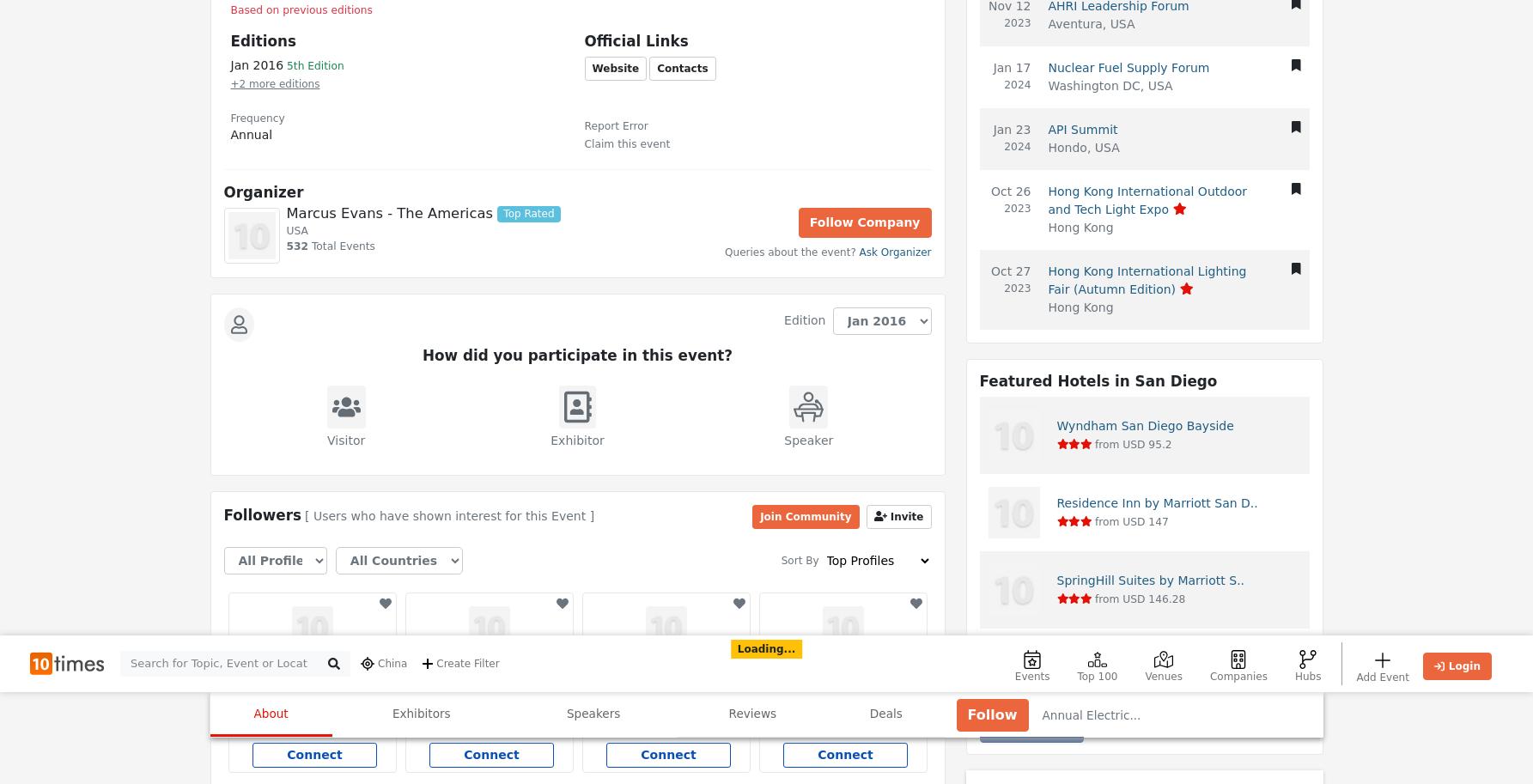  I want to click on 'All Events in San Diego', so click(611, 531).